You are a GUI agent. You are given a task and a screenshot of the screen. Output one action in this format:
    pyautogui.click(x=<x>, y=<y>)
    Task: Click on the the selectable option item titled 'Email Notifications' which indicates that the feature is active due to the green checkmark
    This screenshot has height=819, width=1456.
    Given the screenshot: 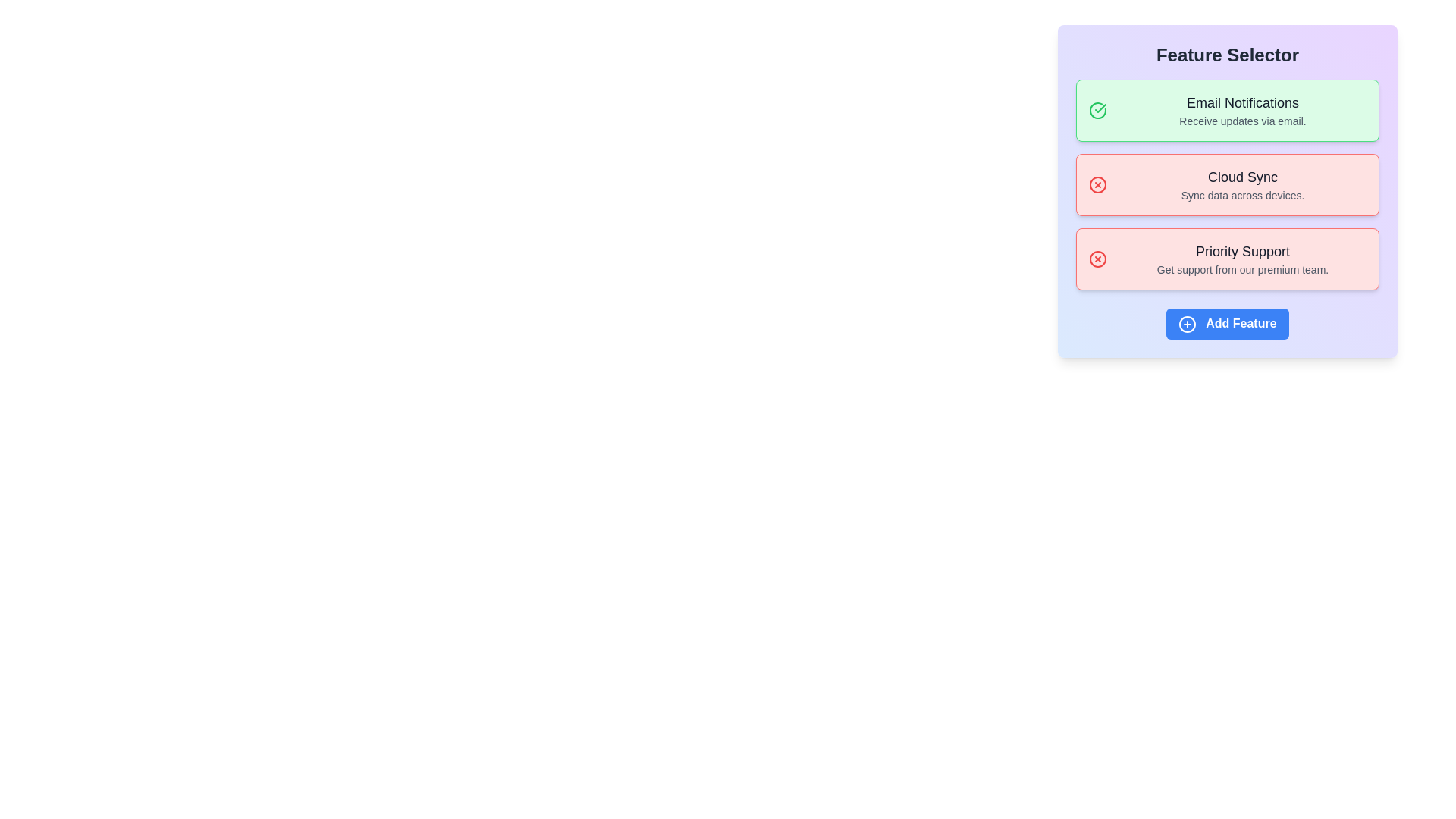 What is the action you would take?
    pyautogui.click(x=1227, y=110)
    